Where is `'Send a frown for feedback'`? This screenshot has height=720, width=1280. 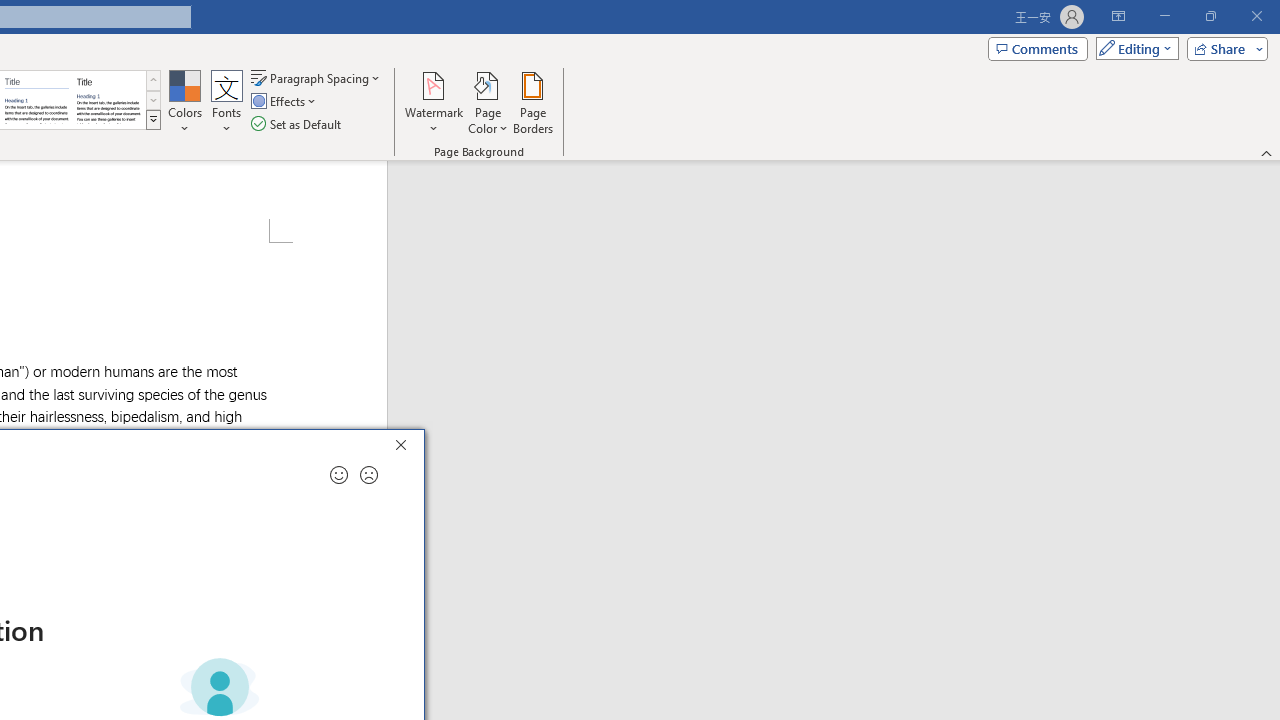
'Send a frown for feedback' is located at coordinates (369, 475).